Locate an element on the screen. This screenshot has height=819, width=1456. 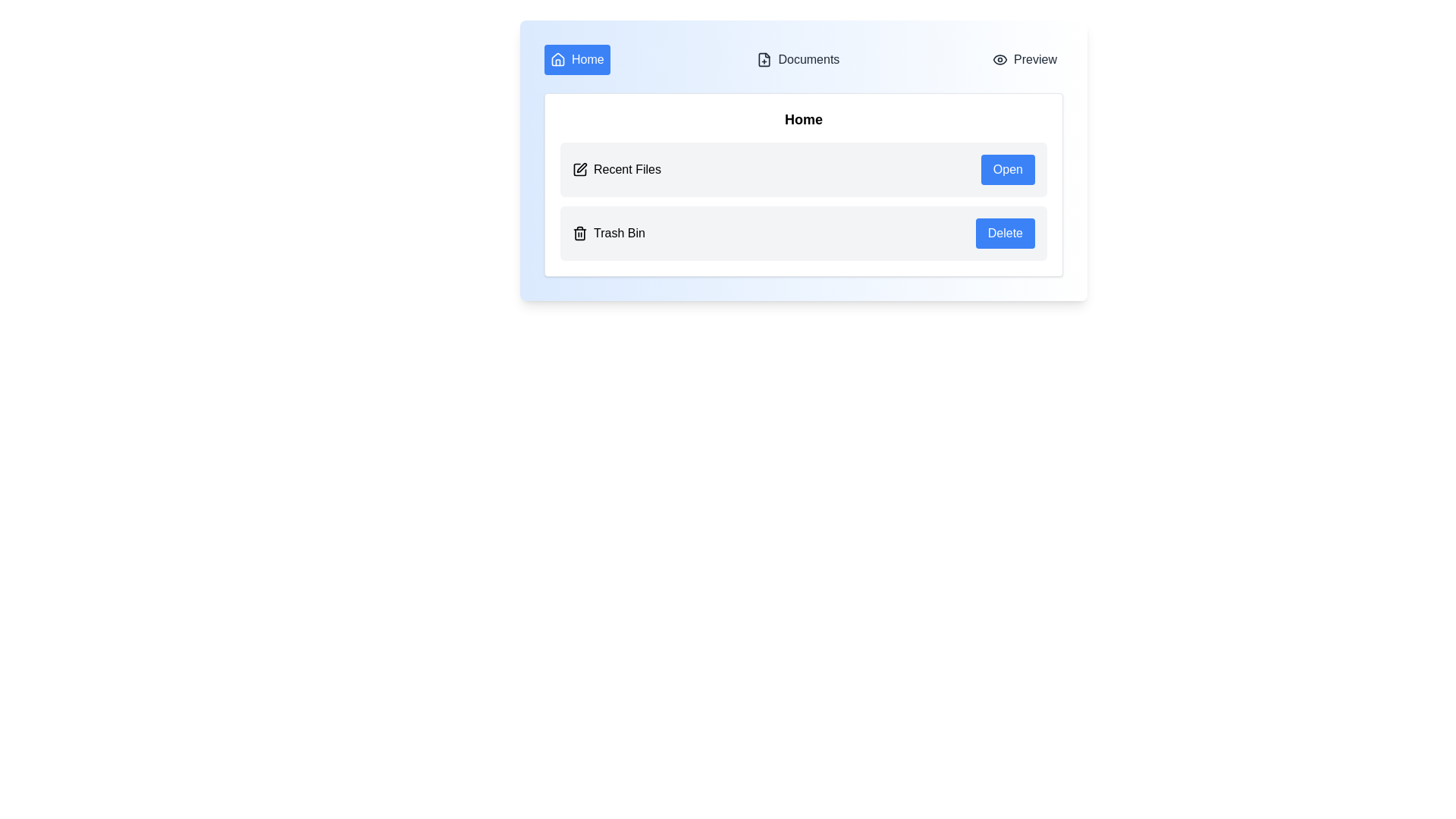
on the 'Documents' navigation link located in the horizontal navigation bar, which is positioned between the 'Home' and 'Preview' elements is located at coordinates (797, 58).